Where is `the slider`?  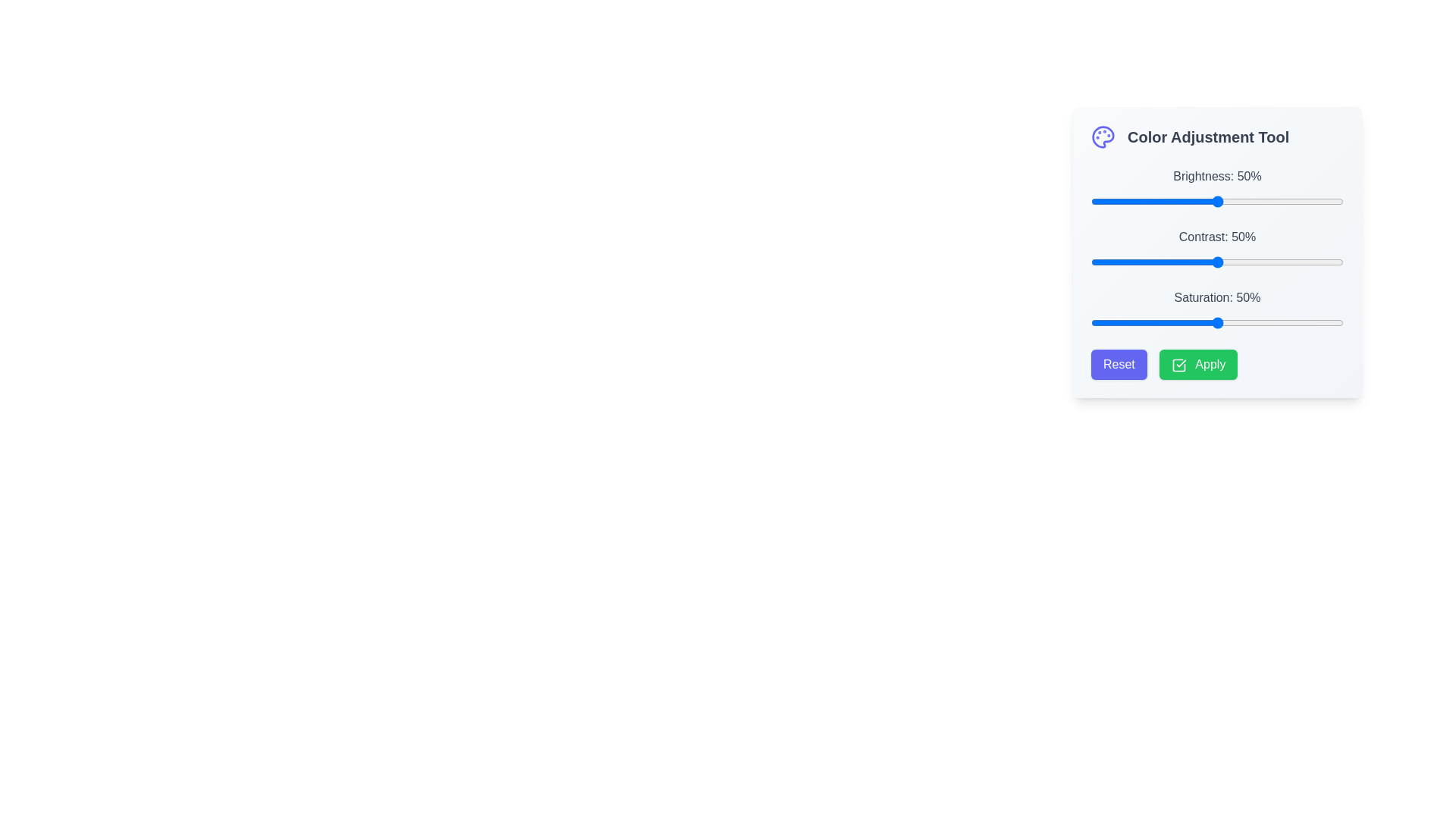 the slider is located at coordinates (1310, 322).